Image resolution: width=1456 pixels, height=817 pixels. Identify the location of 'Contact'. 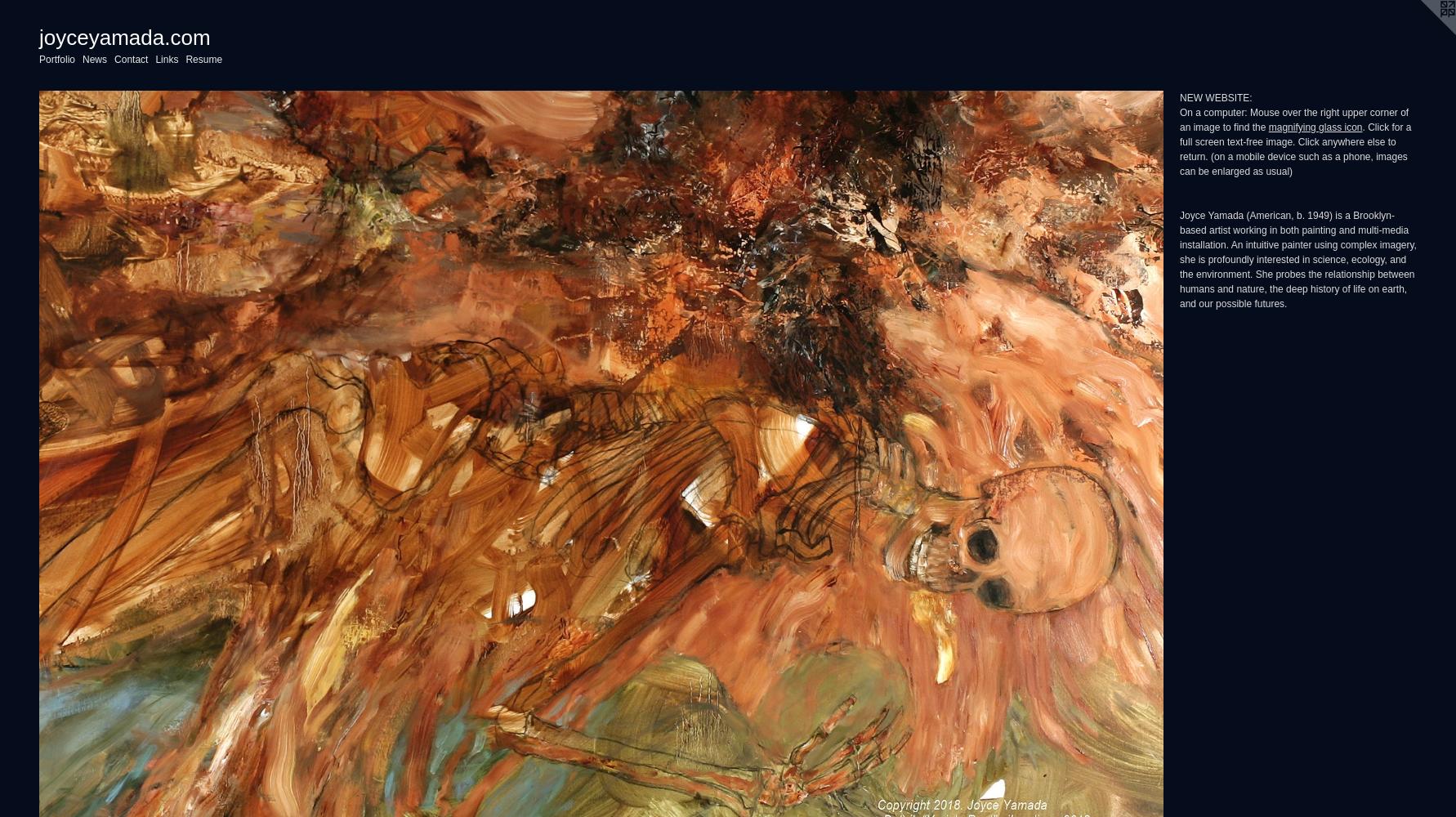
(130, 59).